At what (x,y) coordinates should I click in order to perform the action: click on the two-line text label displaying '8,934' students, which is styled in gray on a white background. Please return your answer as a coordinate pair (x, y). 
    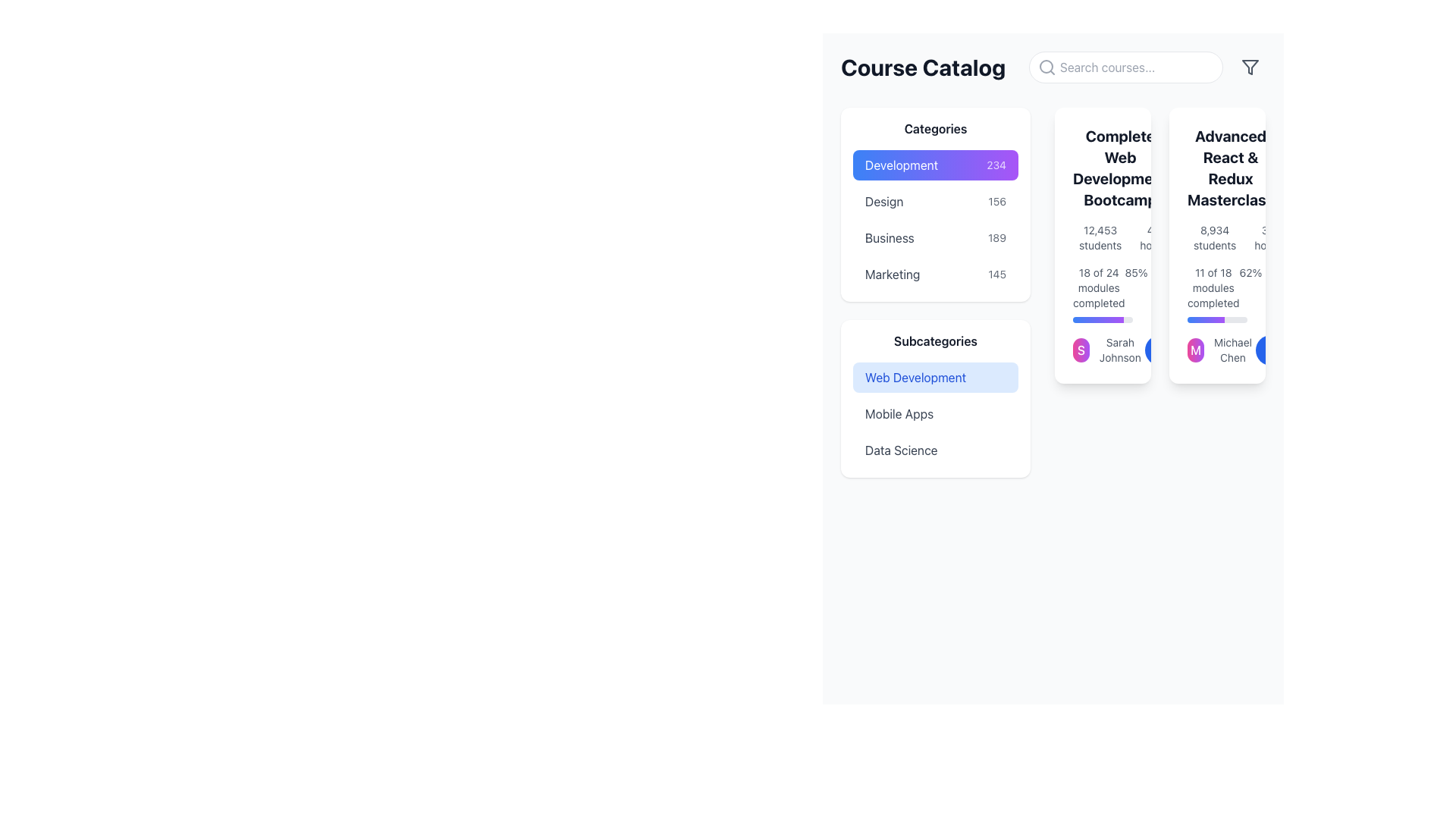
    Looking at the image, I should click on (1215, 237).